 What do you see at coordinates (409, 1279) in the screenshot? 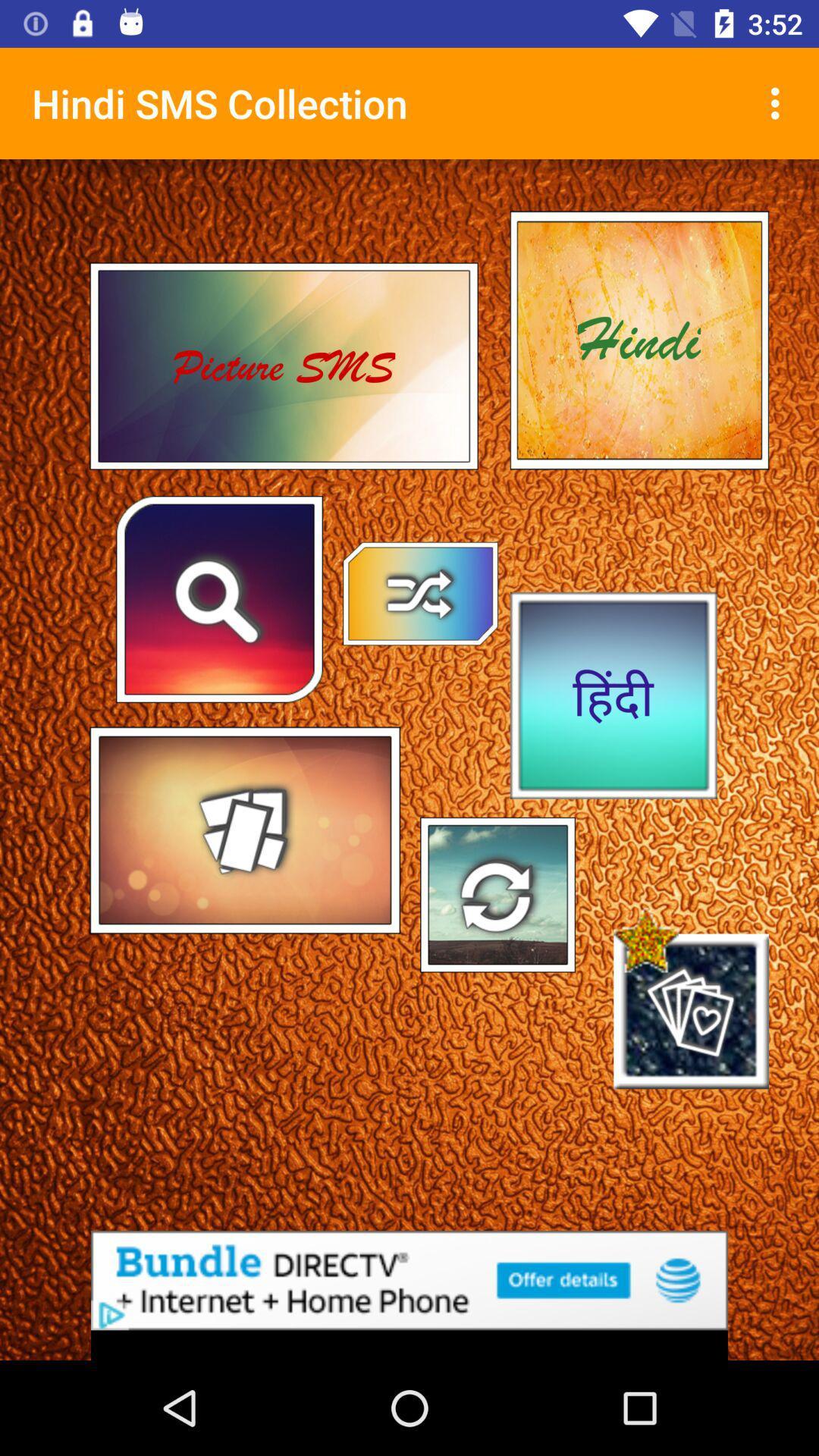
I see `advertisement` at bounding box center [409, 1279].